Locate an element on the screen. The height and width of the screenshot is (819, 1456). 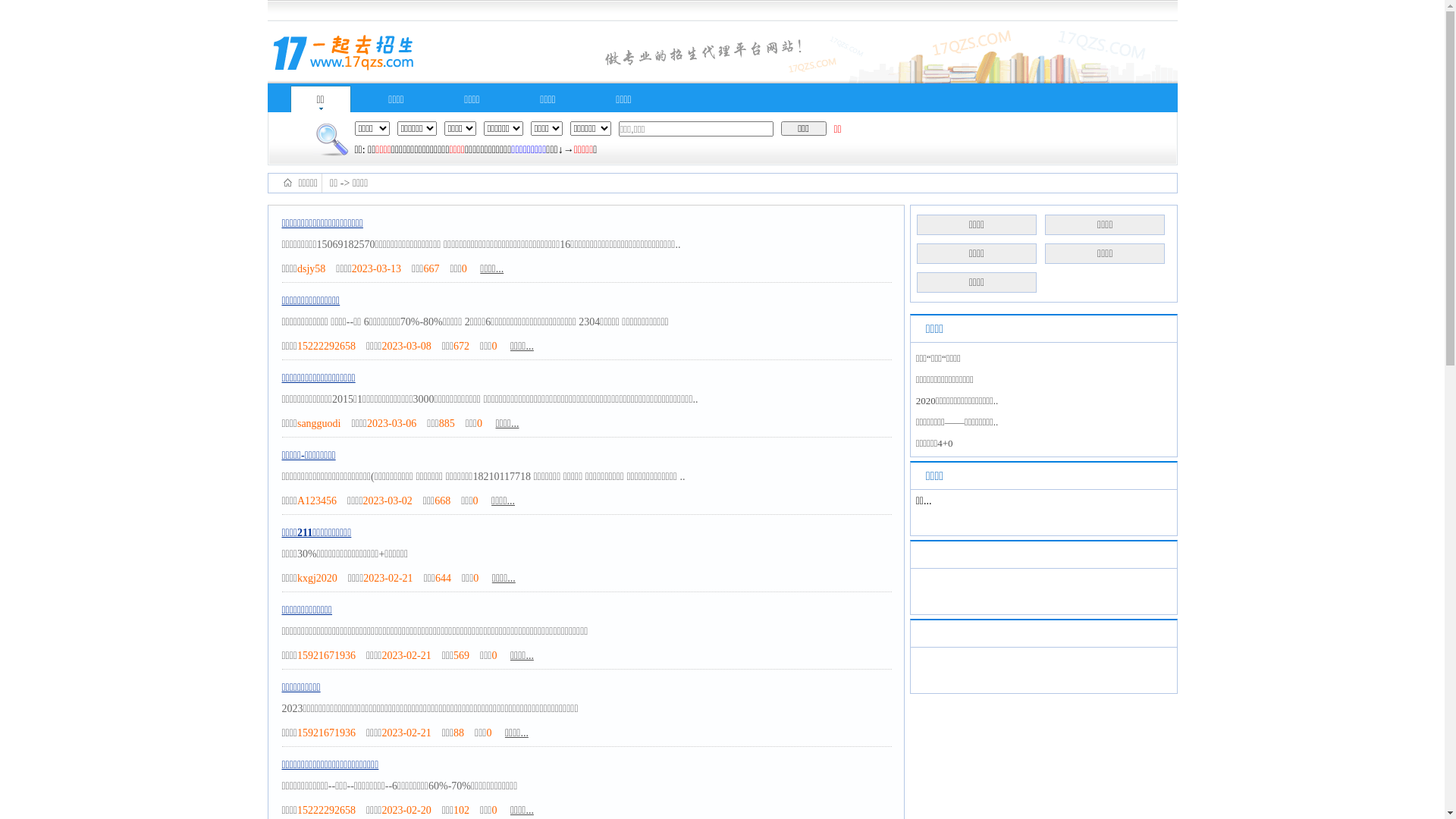
'0' is located at coordinates (494, 809).